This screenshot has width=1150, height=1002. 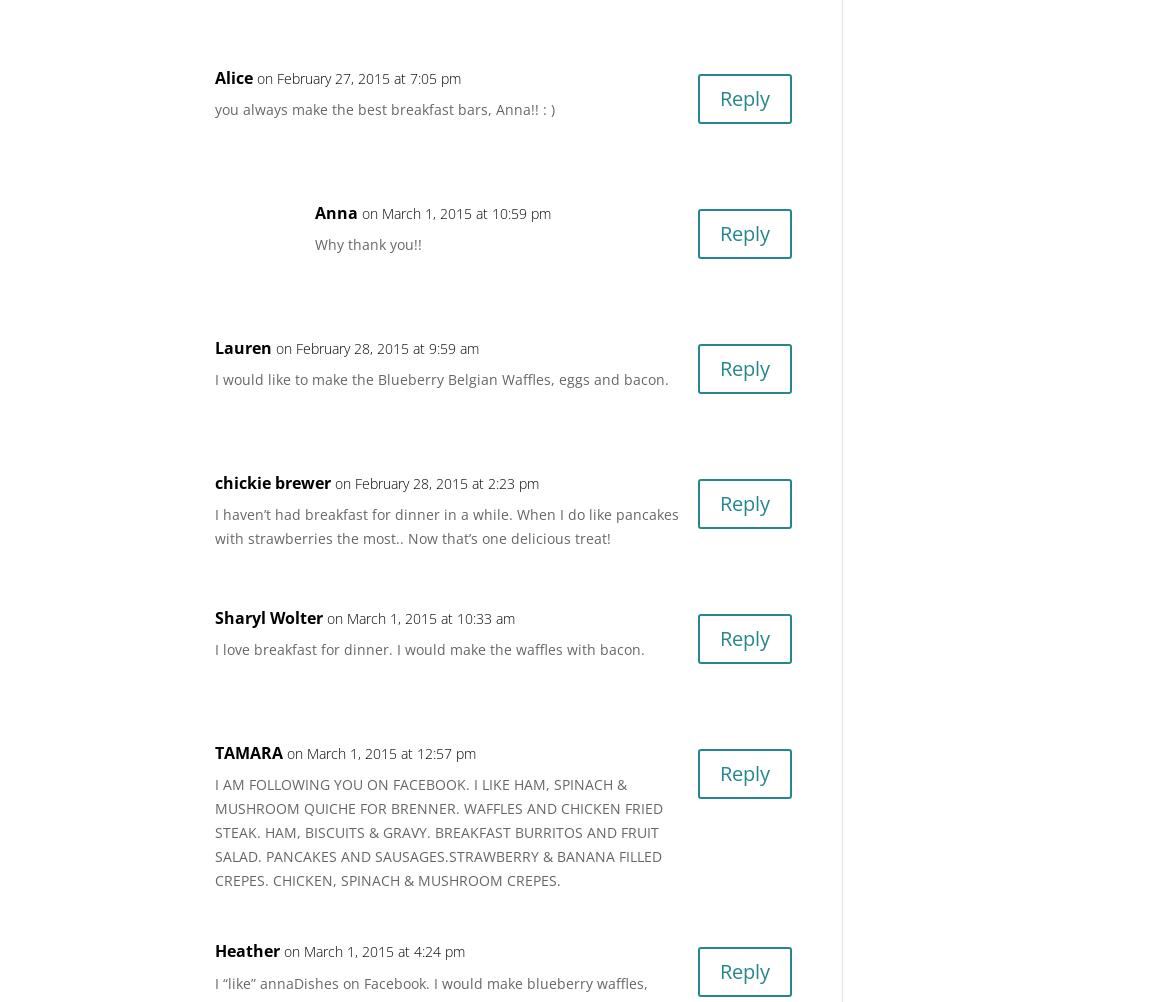 What do you see at coordinates (359, 77) in the screenshot?
I see `'on February 27, 2015 at 7:05 pm'` at bounding box center [359, 77].